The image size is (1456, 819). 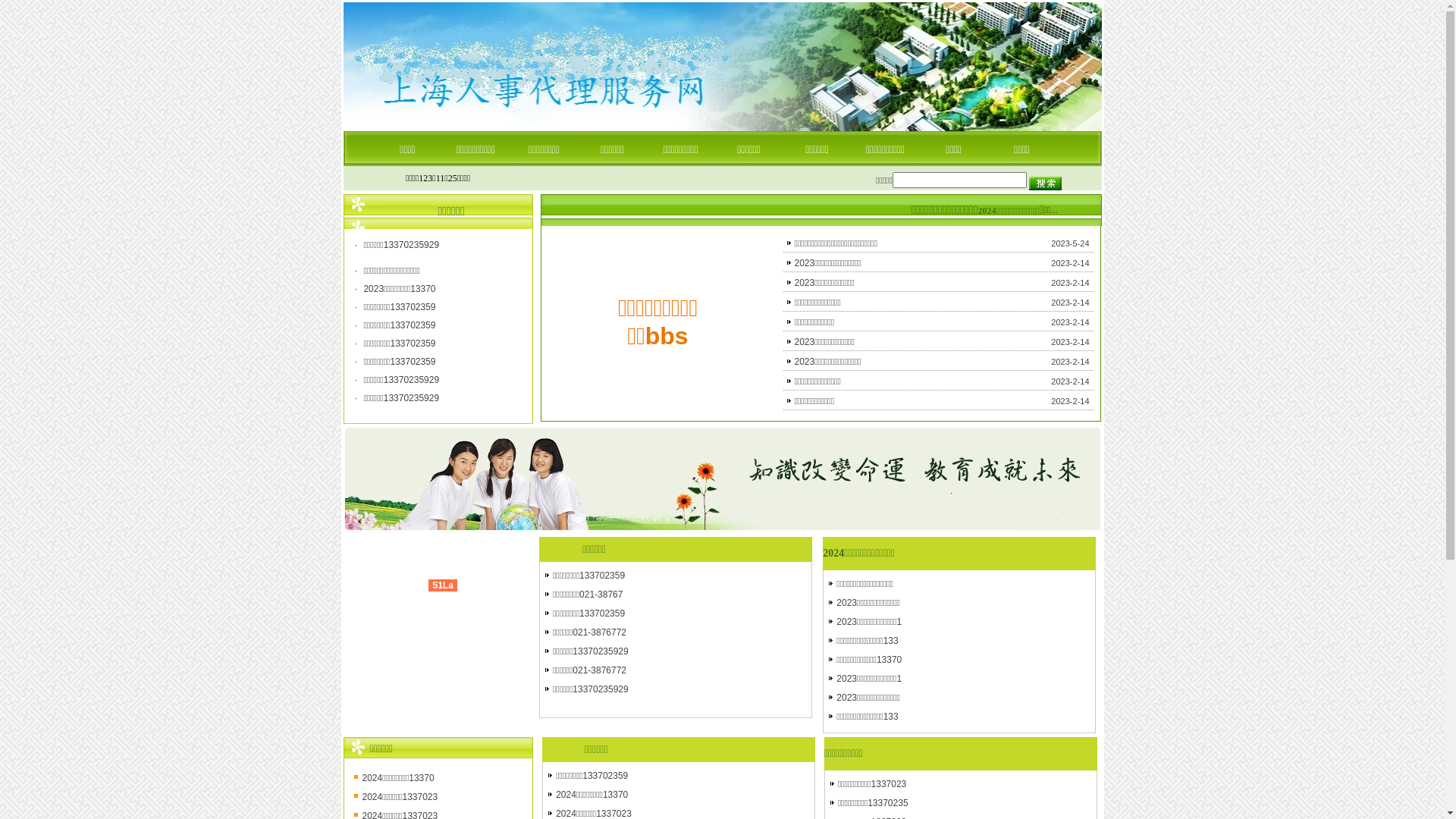 What do you see at coordinates (441, 584) in the screenshot?
I see `'51La'` at bounding box center [441, 584].